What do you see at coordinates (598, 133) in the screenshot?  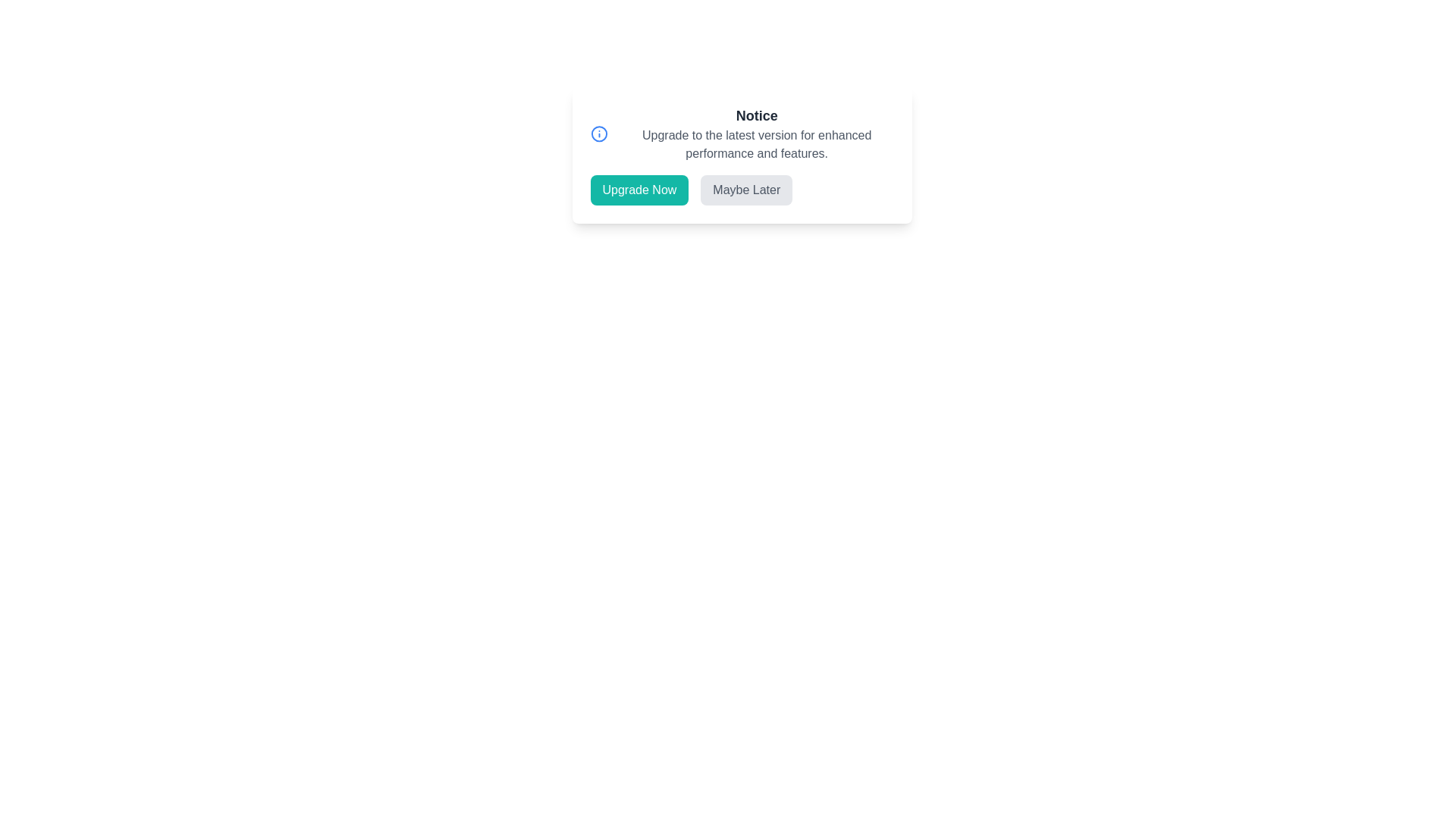 I see `the circular blue icon with an 'info' symbol at its center, located at the top-left of the notification box, next to the text 'Notice Upgrade to the latest version for enhanced performance and features.'` at bounding box center [598, 133].